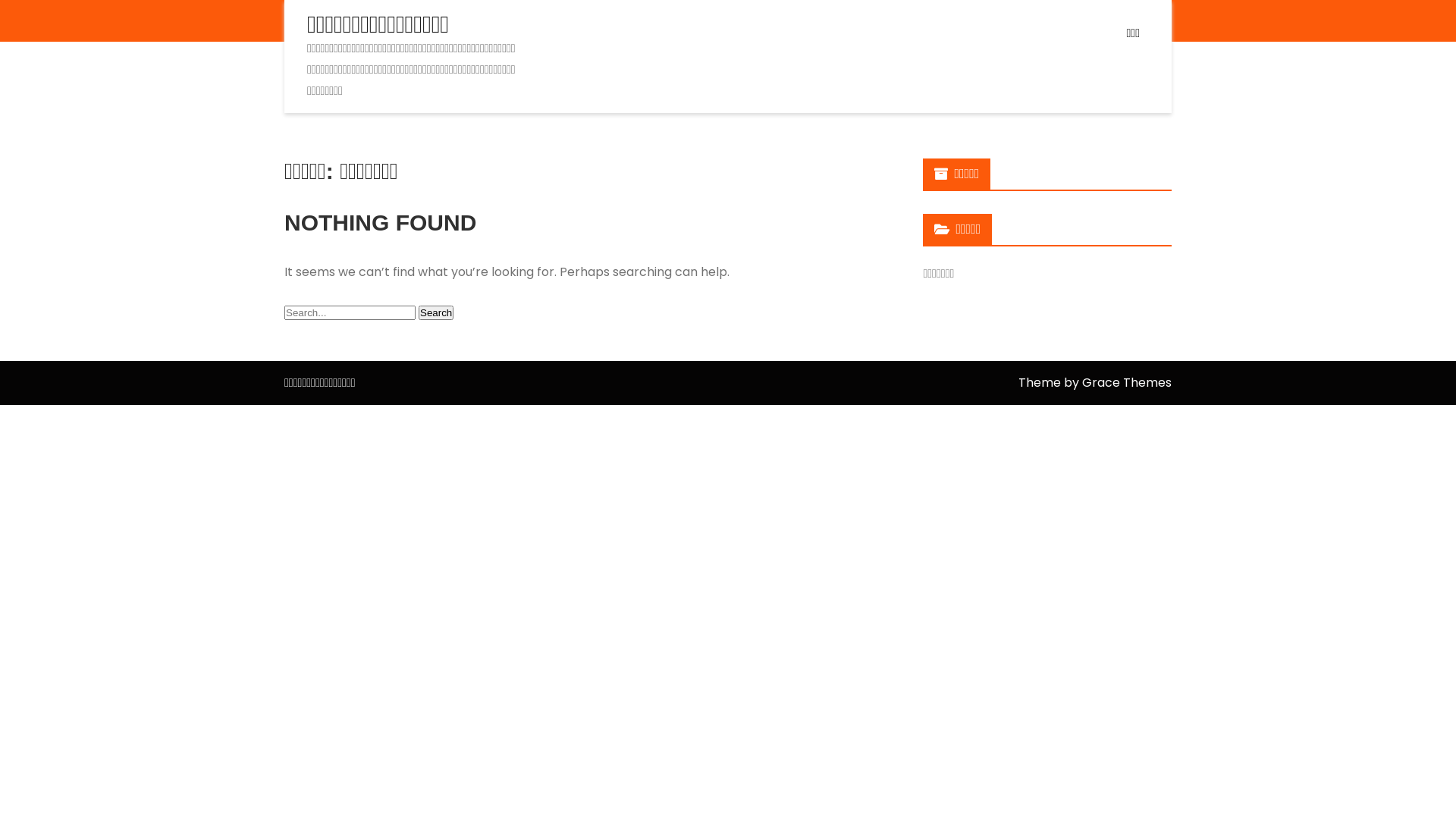 This screenshot has width=1456, height=819. What do you see at coordinates (419, 312) in the screenshot?
I see `'Search'` at bounding box center [419, 312].